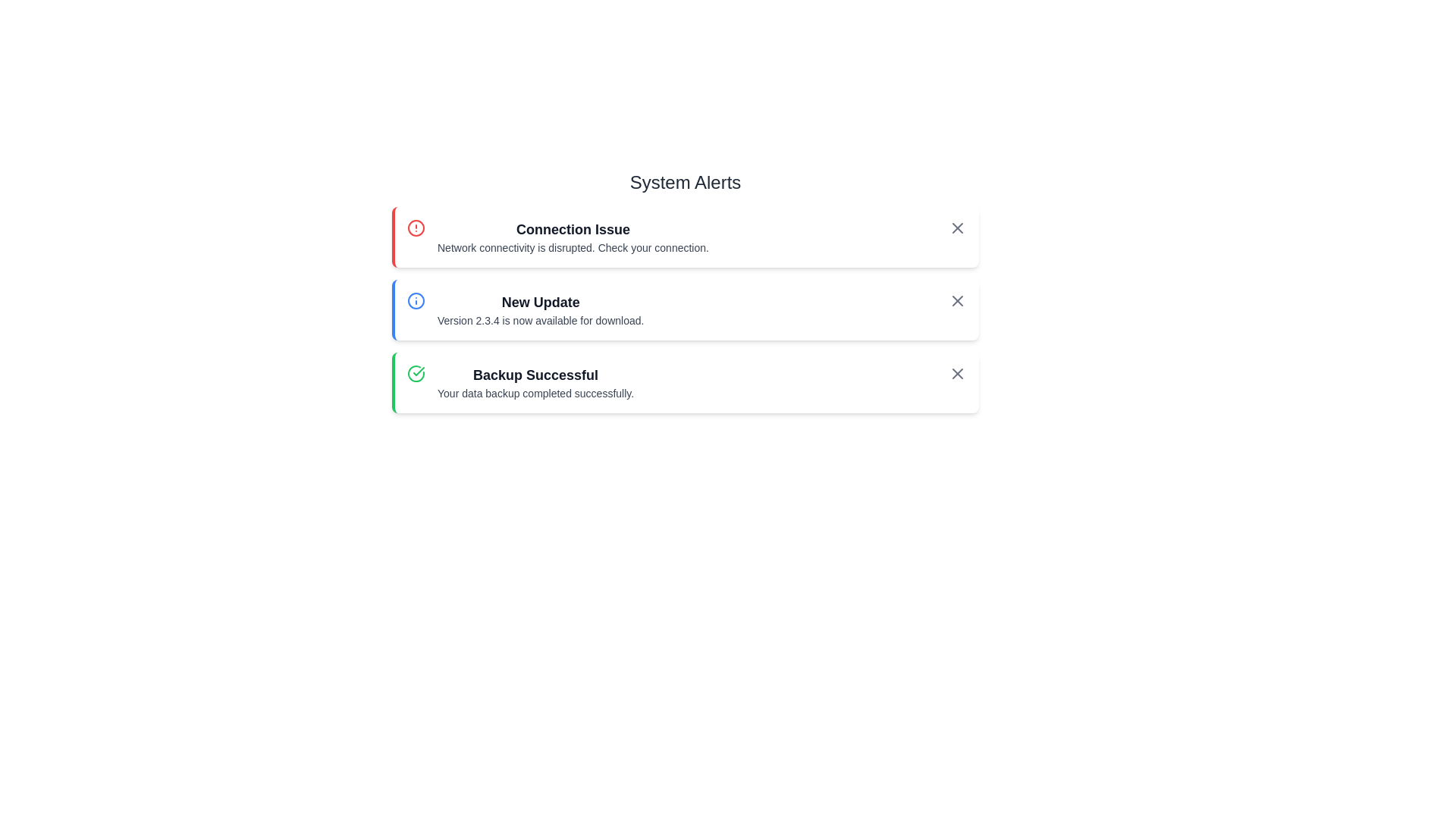 This screenshot has height=819, width=1456. What do you see at coordinates (416, 374) in the screenshot?
I see `the circular green outlined checkmark icon indicating a successful backup status, located at the leftmost side of the 'Backup Successful' notification card` at bounding box center [416, 374].